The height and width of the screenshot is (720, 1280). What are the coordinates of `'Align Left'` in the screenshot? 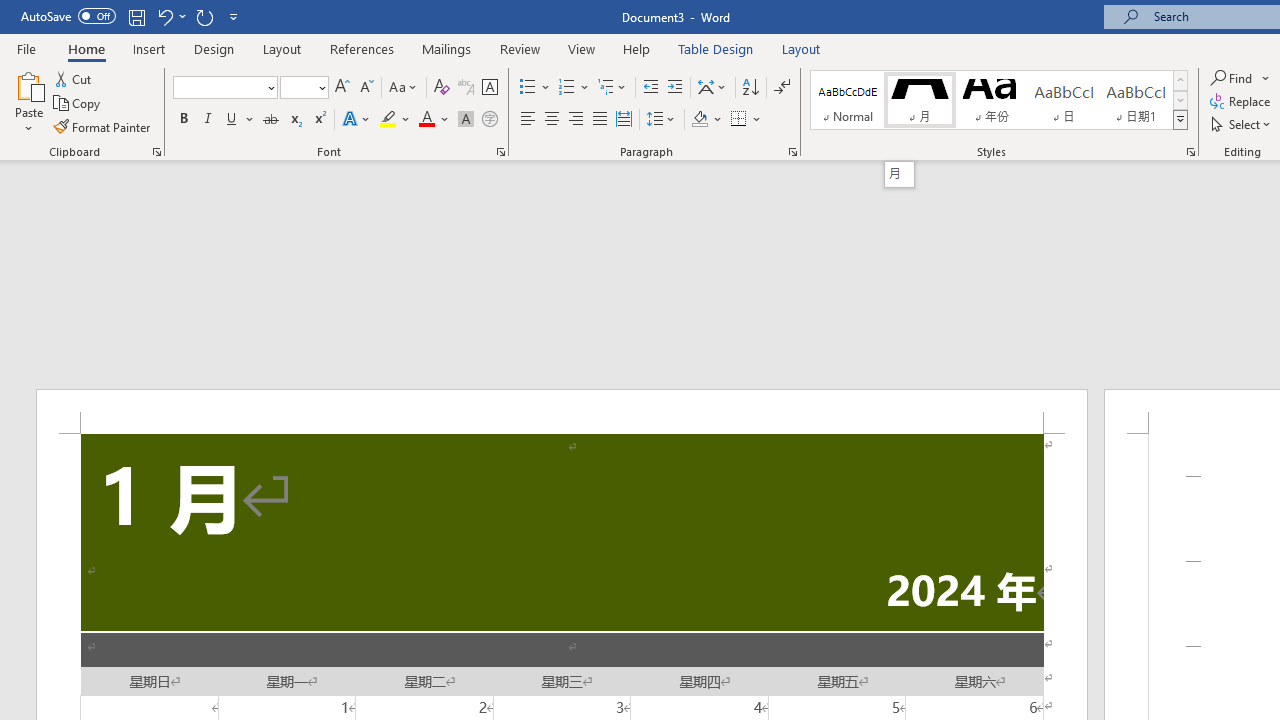 It's located at (528, 119).